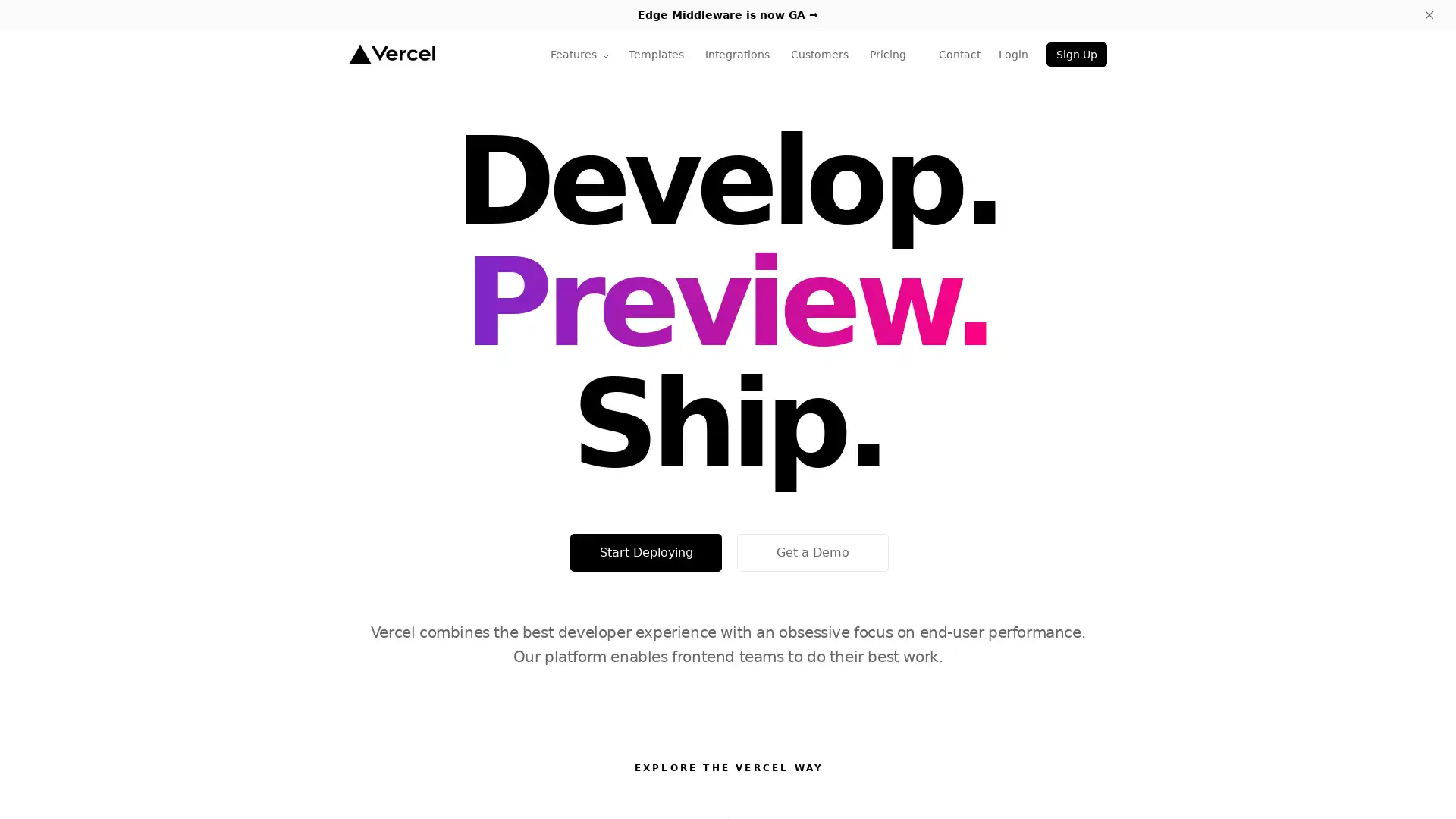  Describe the element at coordinates (391, 54) in the screenshot. I see `home` at that location.